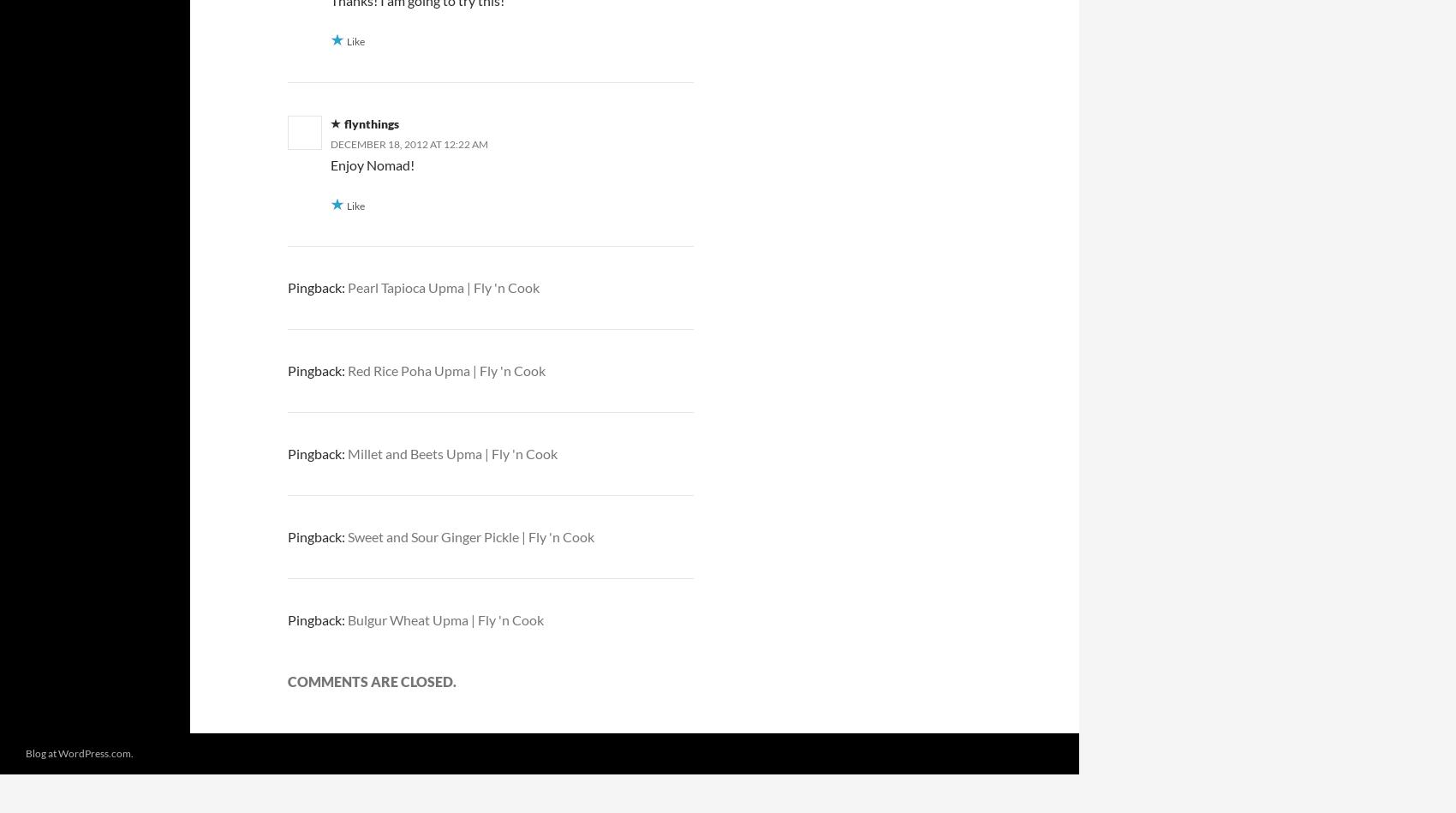  I want to click on 'Red Rice Poha Upma | Fly 'n Cook', so click(346, 370).